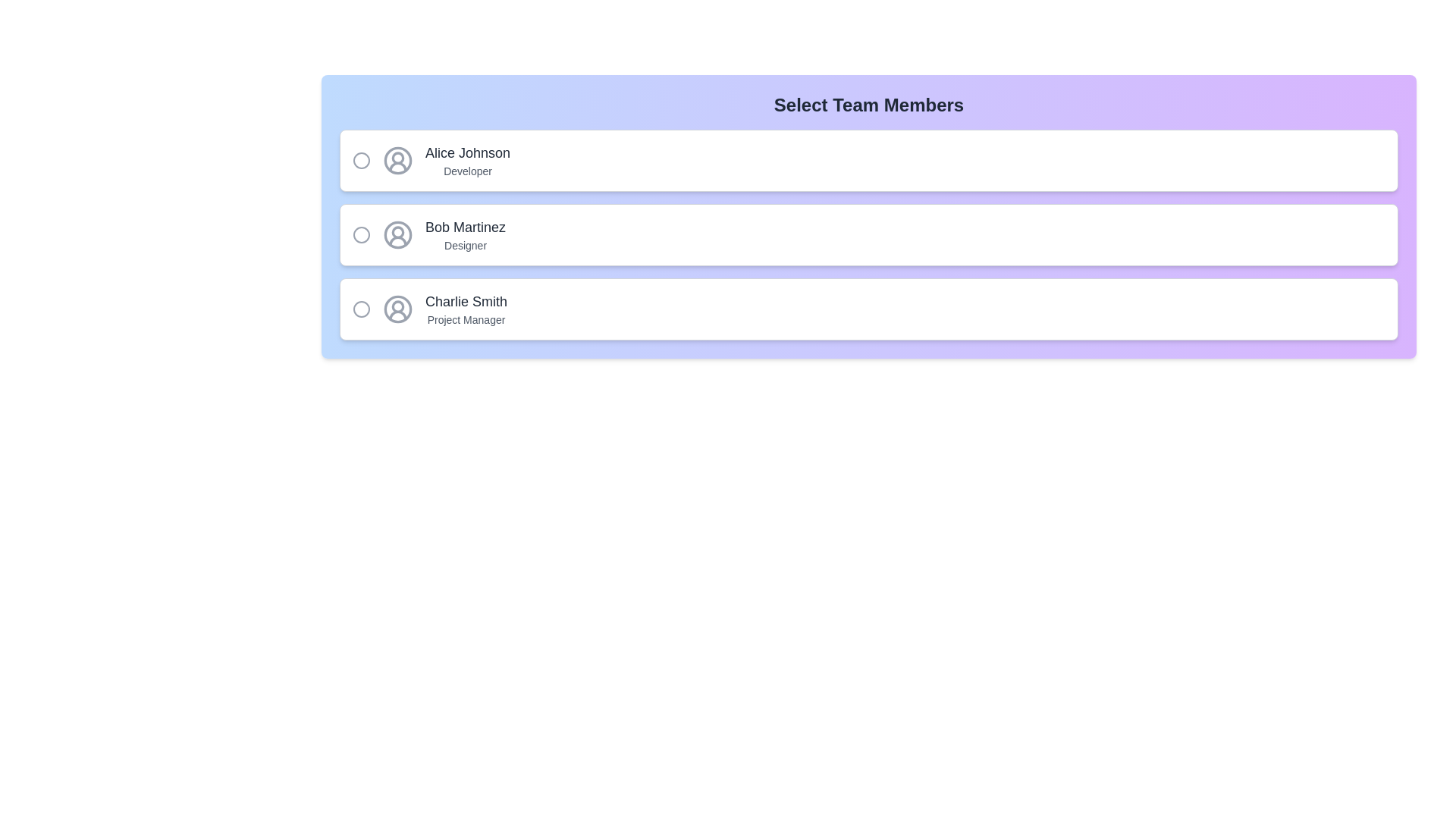  What do you see at coordinates (397, 234) in the screenshot?
I see `the outer circular boundary of the user icon for 'Bob Martinez' which is styled in a neutral gray color and is the largest circle in the triple-circle composition` at bounding box center [397, 234].